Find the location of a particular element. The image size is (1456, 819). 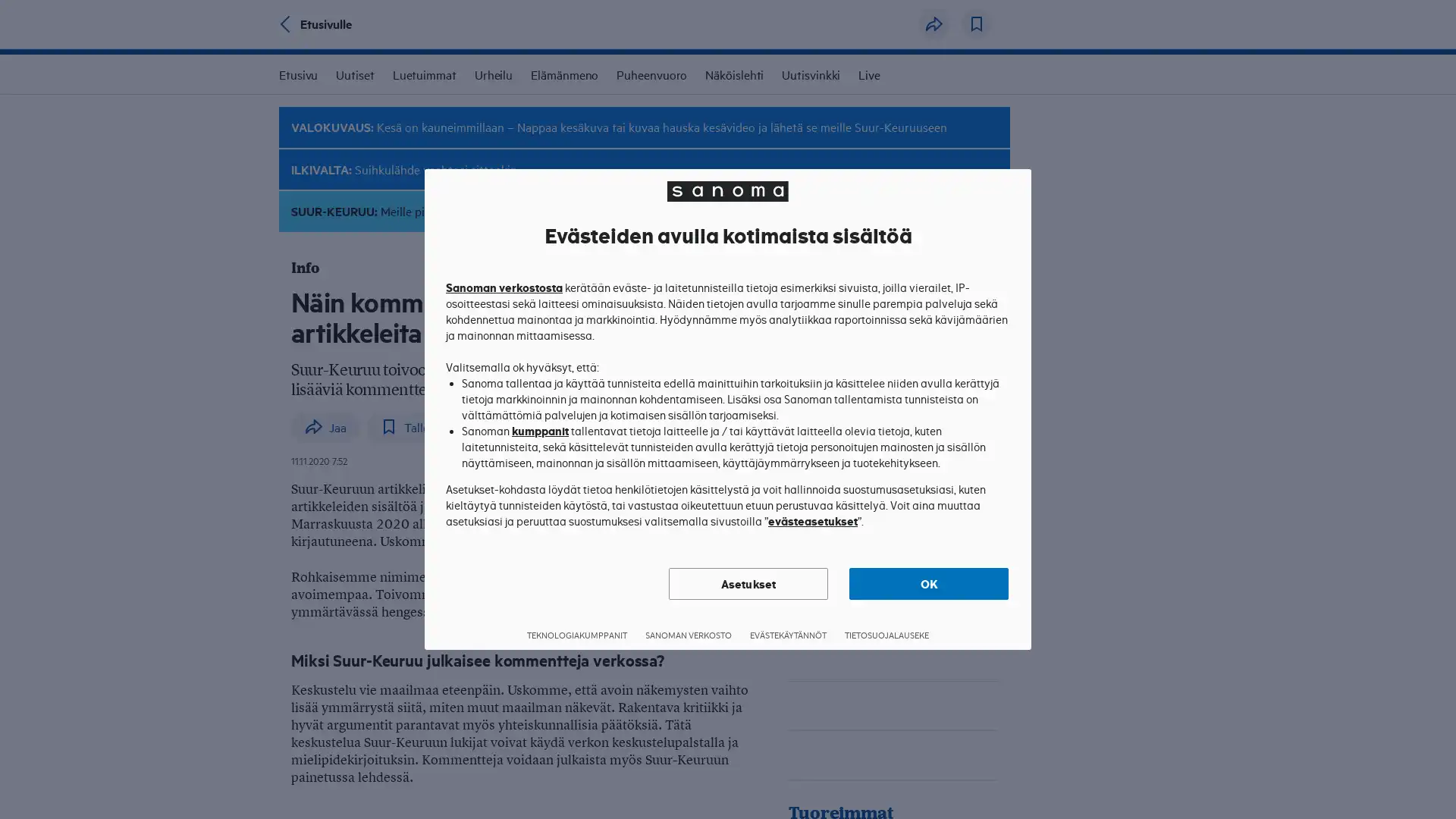

Tallenna is located at coordinates (414, 426).